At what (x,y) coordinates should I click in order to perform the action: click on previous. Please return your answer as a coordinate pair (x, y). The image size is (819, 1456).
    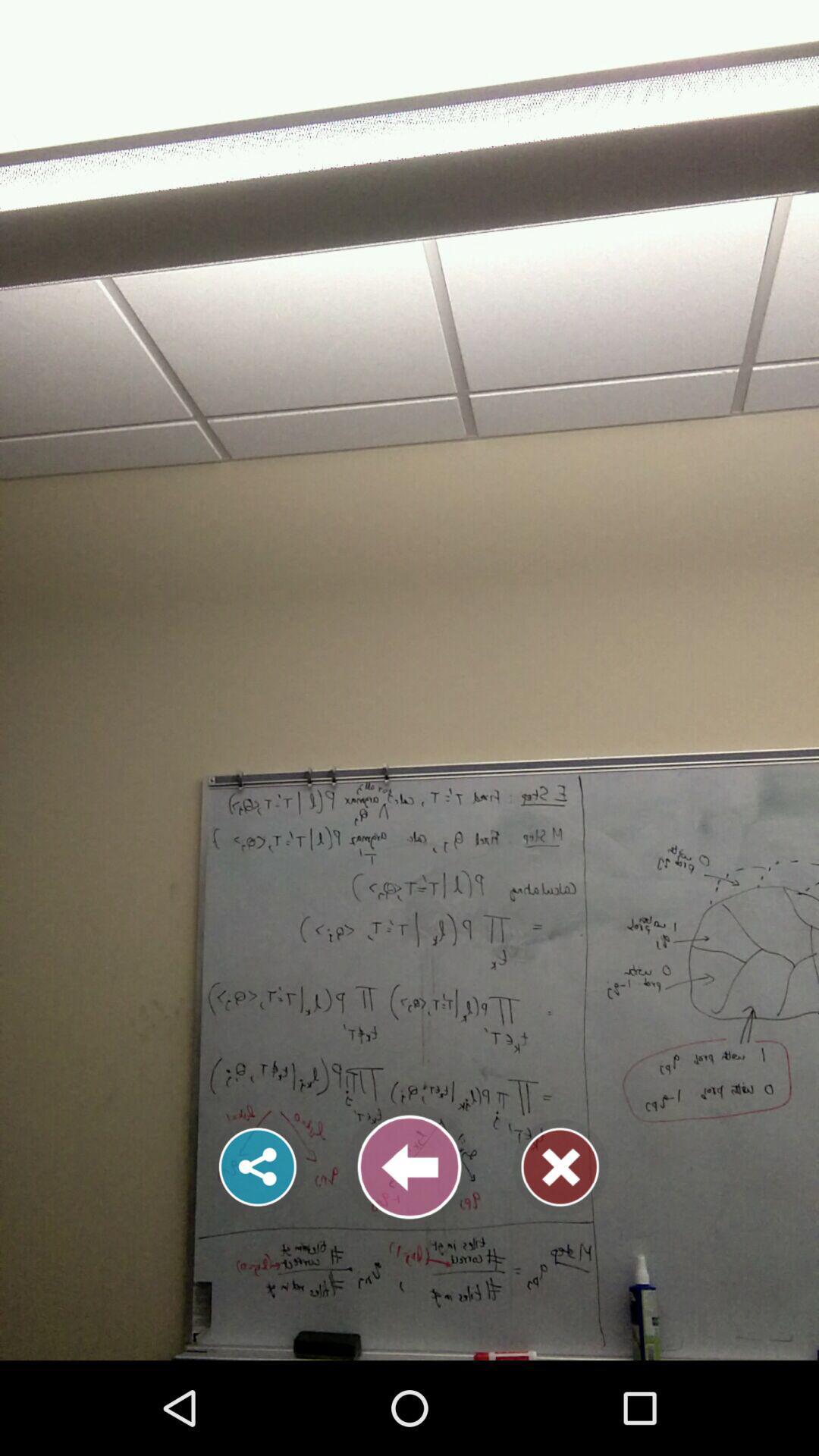
    Looking at the image, I should click on (409, 1166).